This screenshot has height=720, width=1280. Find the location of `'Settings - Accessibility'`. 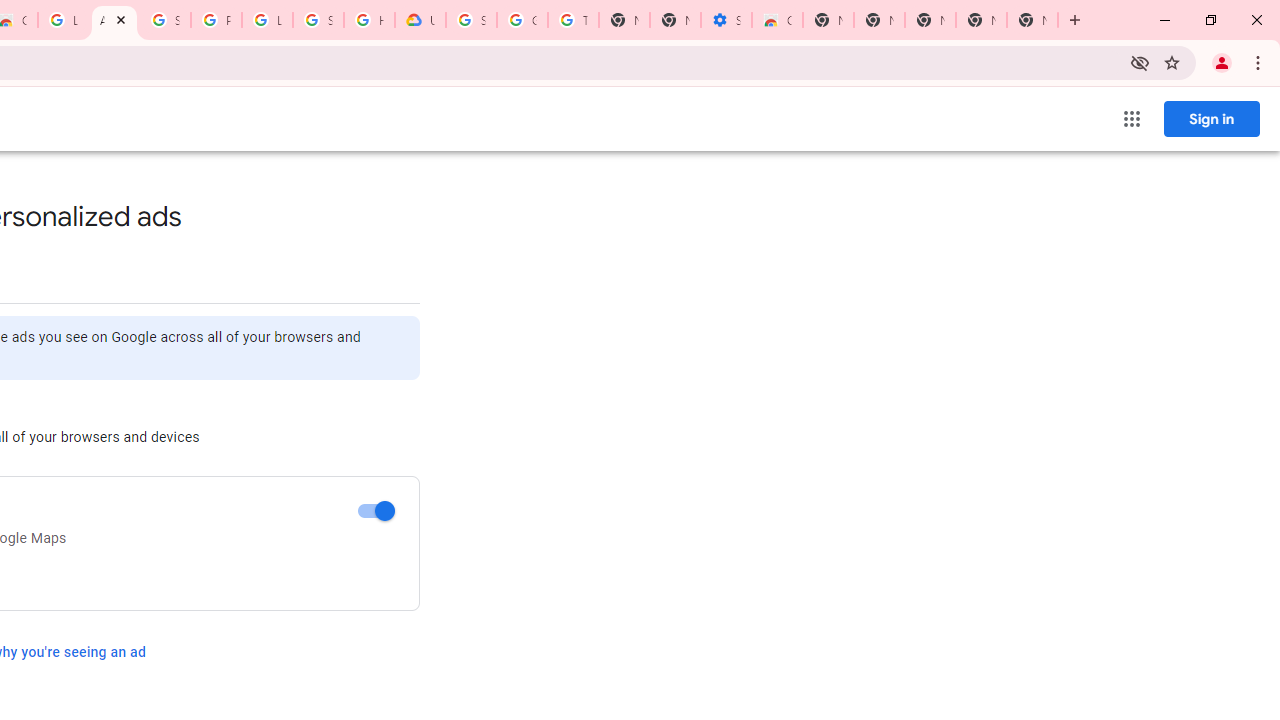

'Settings - Accessibility' is located at coordinates (726, 20).